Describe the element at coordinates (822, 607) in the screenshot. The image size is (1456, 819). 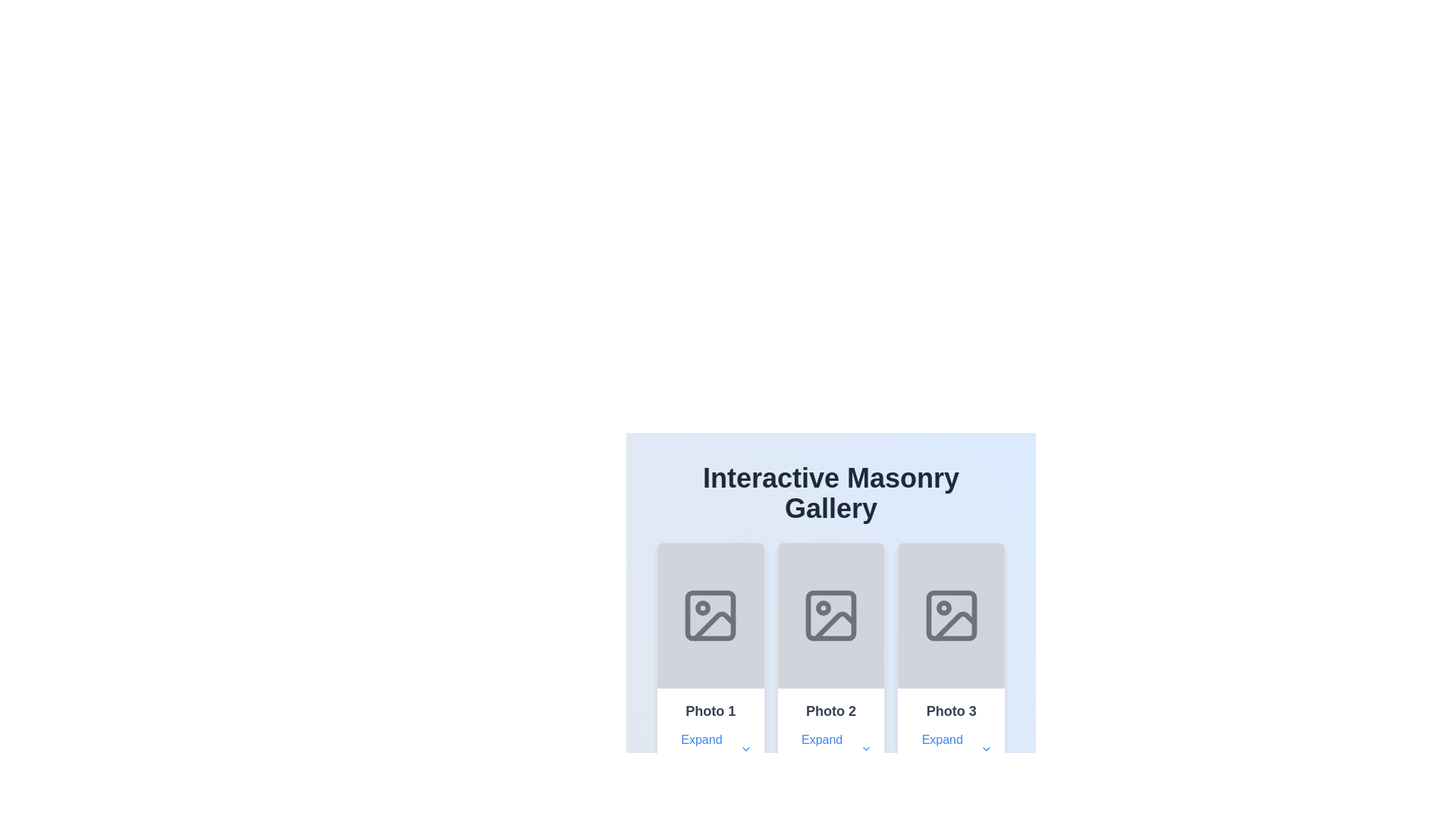
I see `the small circular shape with a red interior located within the image icon of the 'Photo 2' card in the gallery` at that location.